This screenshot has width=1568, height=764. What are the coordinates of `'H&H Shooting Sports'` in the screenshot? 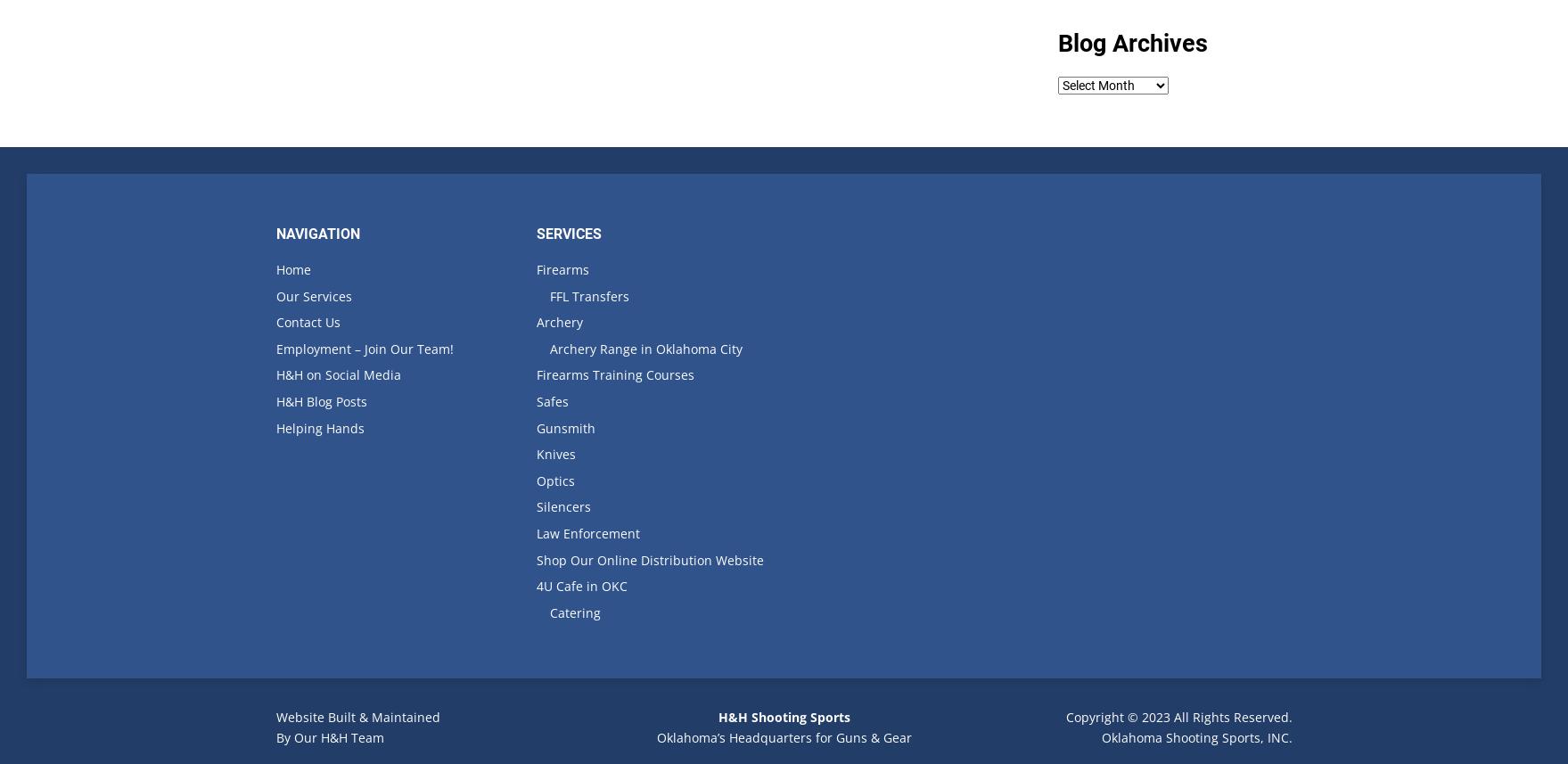 It's located at (783, 717).